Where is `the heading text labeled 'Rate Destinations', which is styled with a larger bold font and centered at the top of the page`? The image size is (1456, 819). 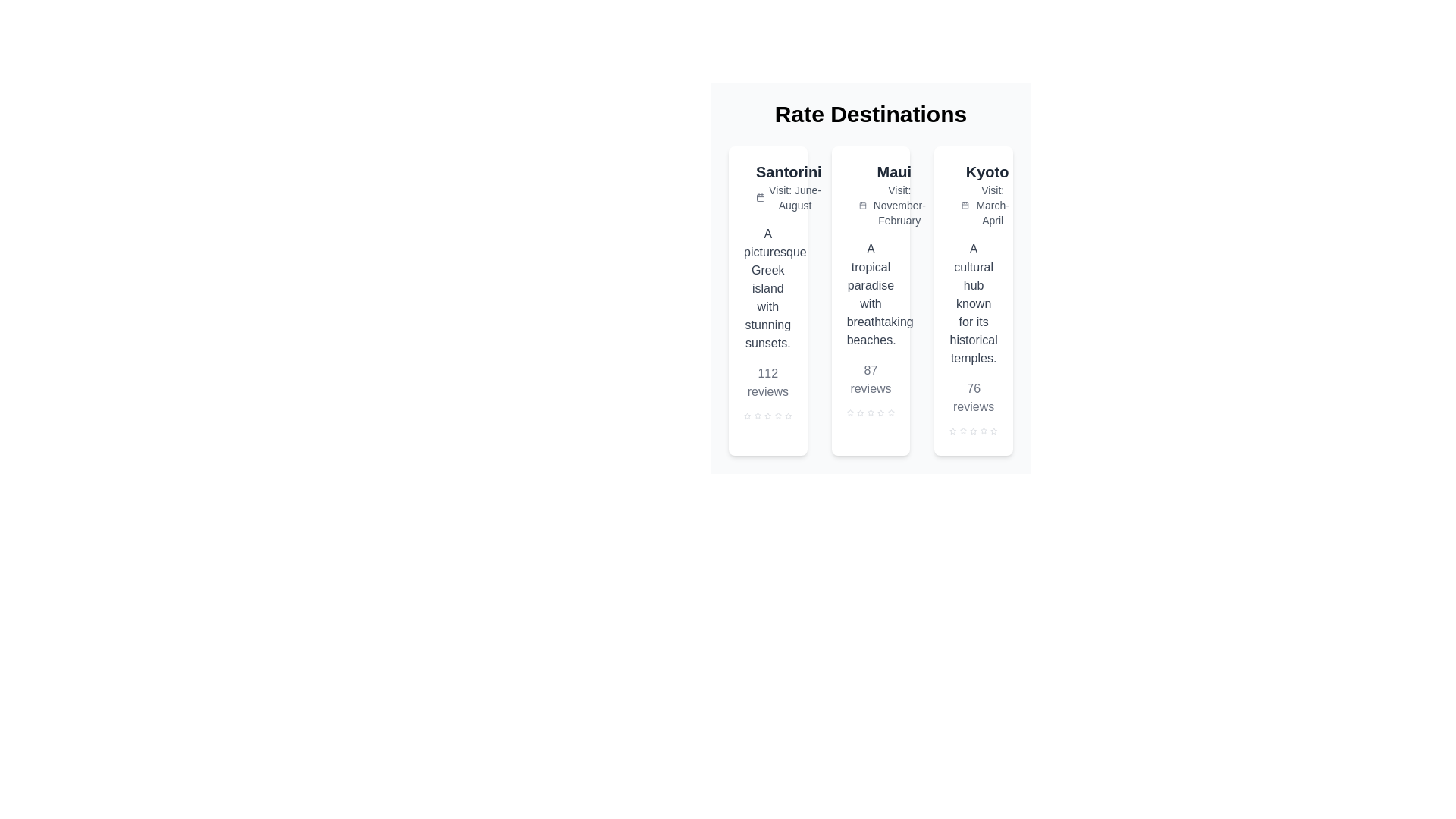 the heading text labeled 'Rate Destinations', which is styled with a larger bold font and centered at the top of the page is located at coordinates (871, 113).